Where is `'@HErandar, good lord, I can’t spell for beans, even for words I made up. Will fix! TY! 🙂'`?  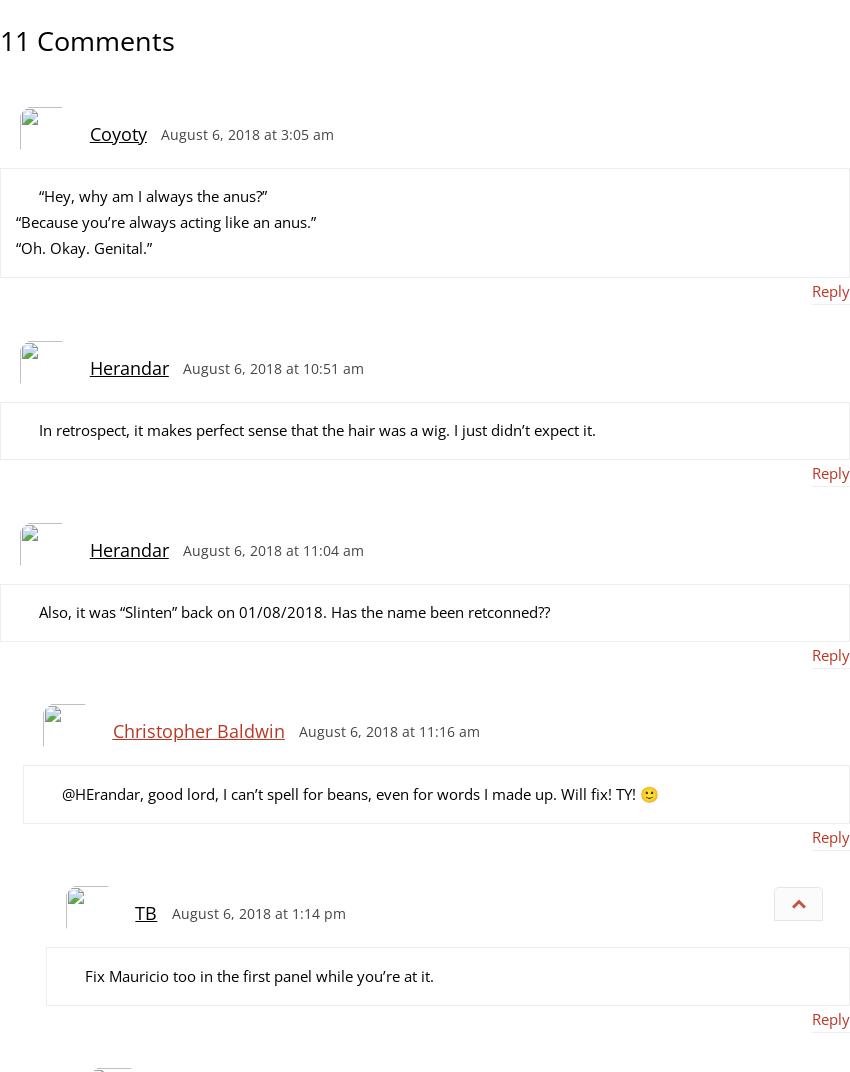 '@HErandar, good lord, I can’t spell for beans, even for words I made up. Will fix! TY! 🙂' is located at coordinates (358, 792).